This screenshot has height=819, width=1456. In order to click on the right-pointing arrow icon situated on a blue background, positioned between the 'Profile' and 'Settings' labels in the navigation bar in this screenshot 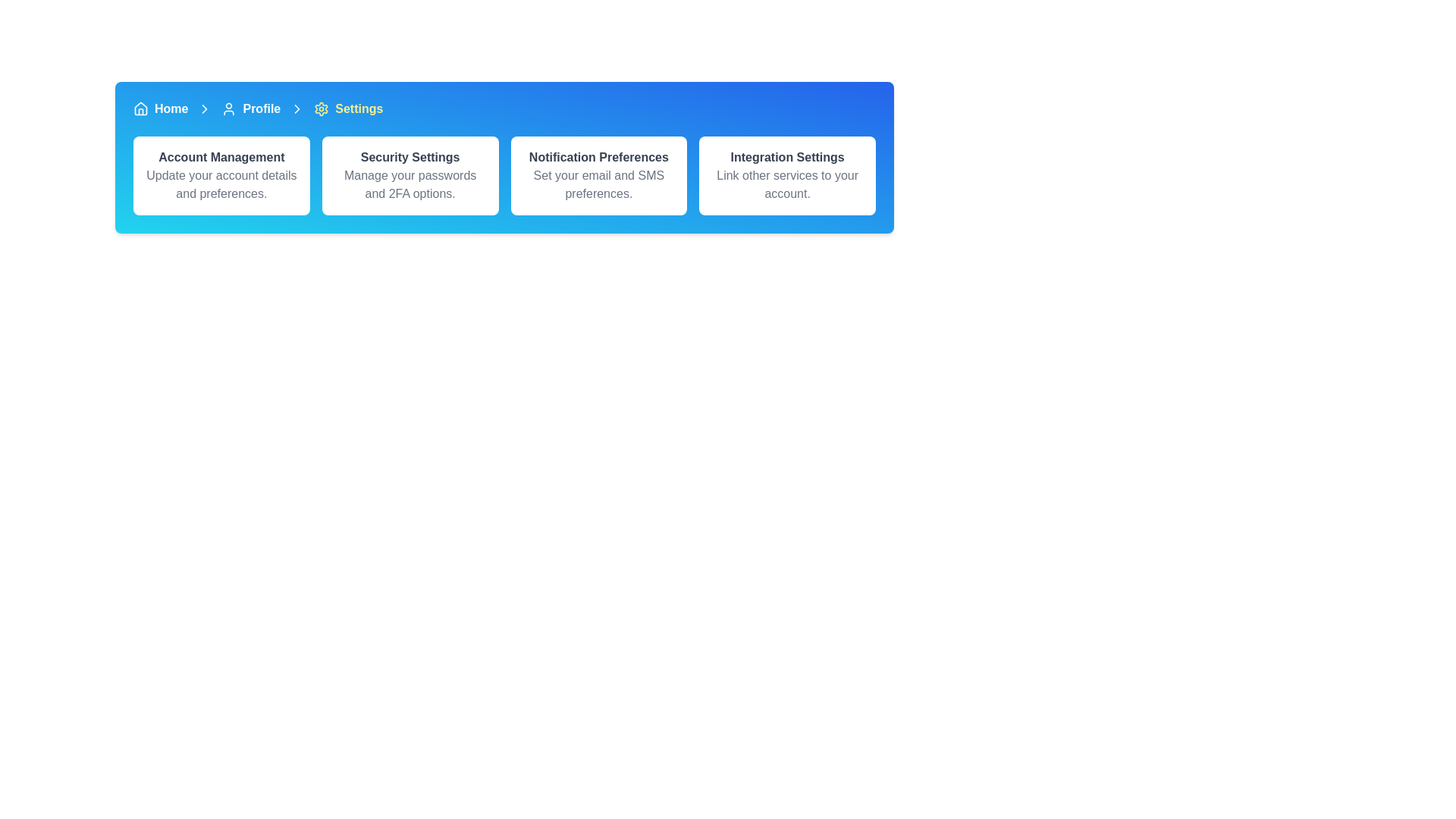, I will do `click(297, 108)`.